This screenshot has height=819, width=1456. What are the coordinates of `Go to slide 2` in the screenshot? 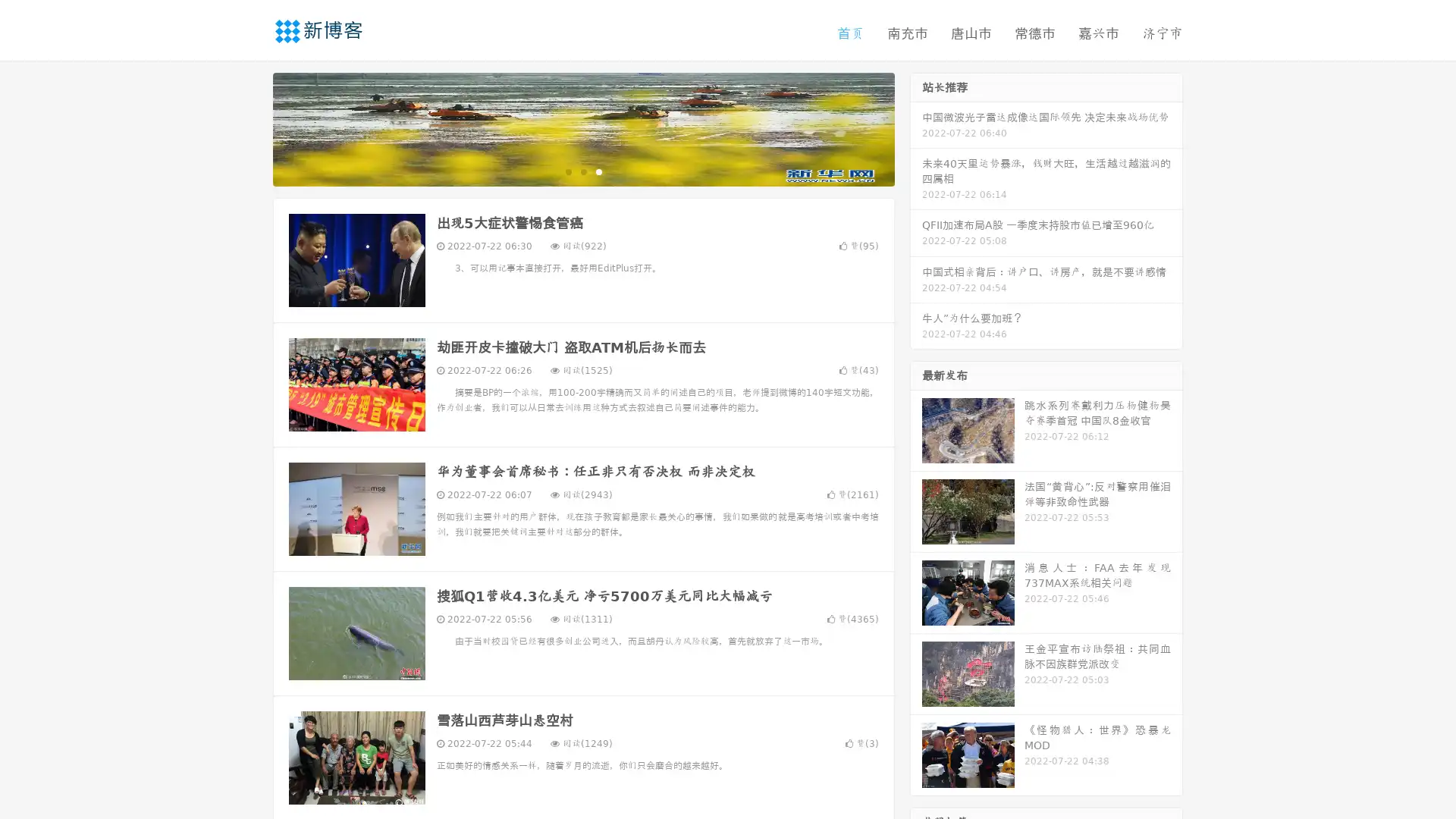 It's located at (582, 171).